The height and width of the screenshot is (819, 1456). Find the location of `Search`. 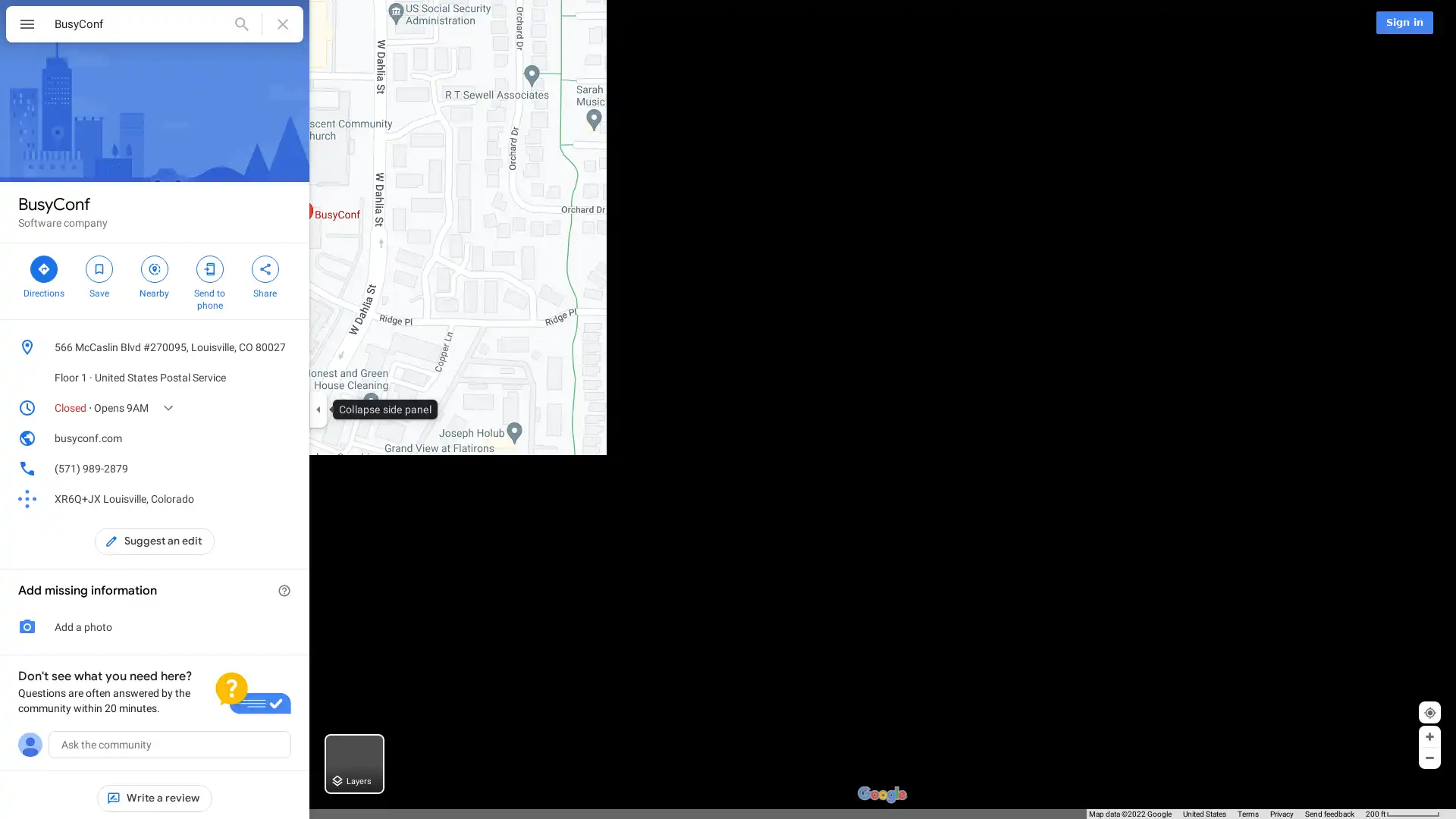

Search is located at coordinates (240, 24).